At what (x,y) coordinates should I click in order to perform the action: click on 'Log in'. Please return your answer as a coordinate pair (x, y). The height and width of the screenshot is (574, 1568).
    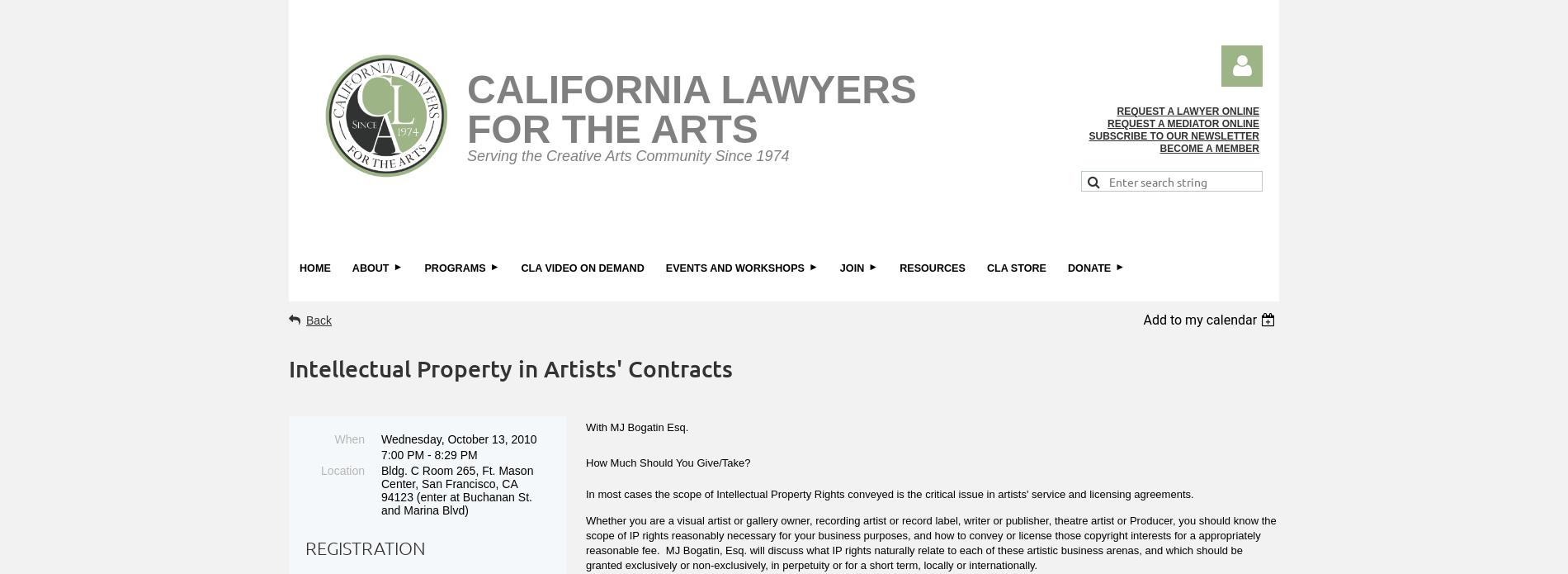
    Looking at the image, I should click on (1221, 209).